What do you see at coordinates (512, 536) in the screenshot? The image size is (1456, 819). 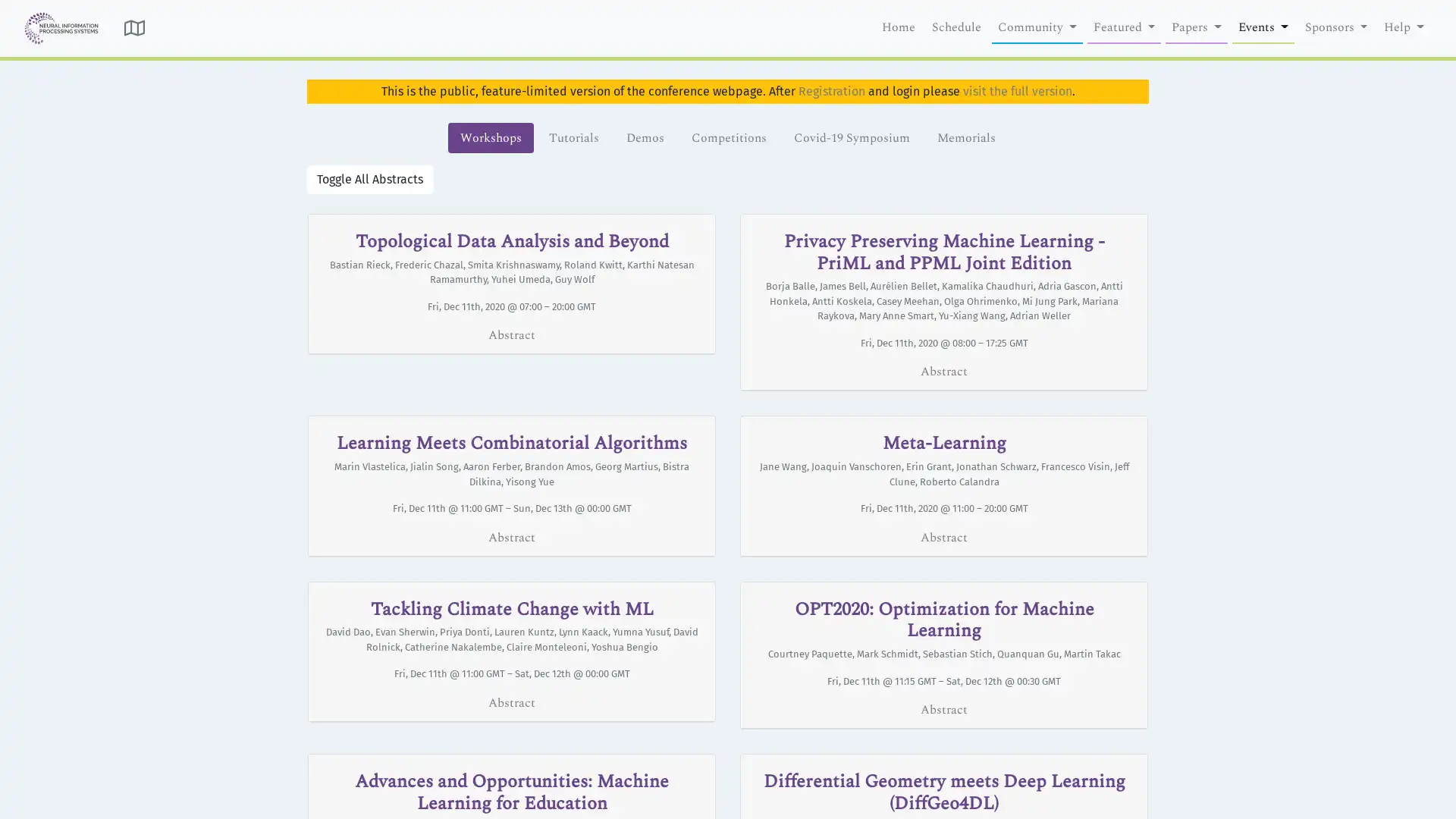 I see `Abstract` at bounding box center [512, 536].